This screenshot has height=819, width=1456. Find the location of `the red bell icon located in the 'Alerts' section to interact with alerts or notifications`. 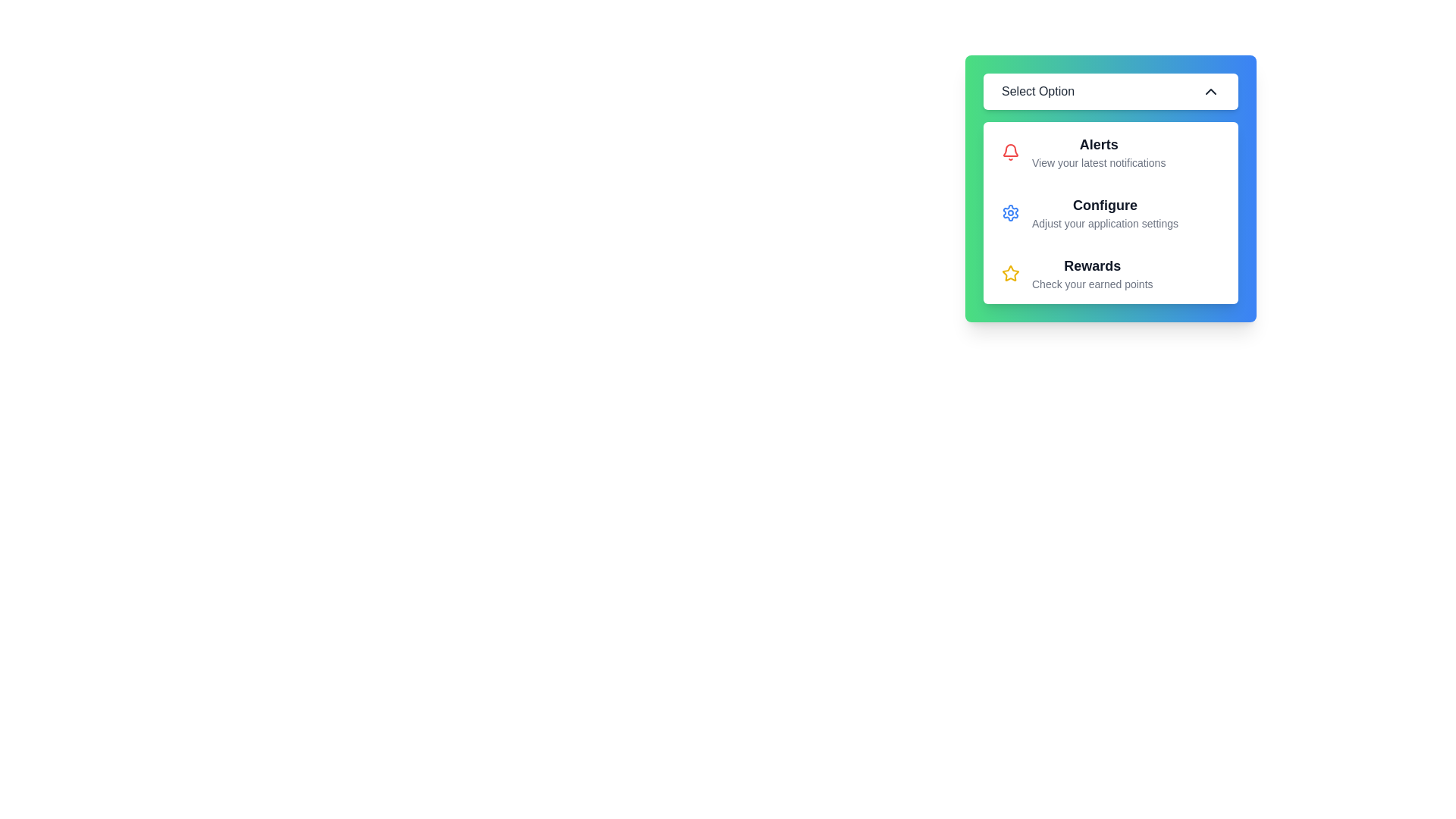

the red bell icon located in the 'Alerts' section to interact with alerts or notifications is located at coordinates (1011, 152).